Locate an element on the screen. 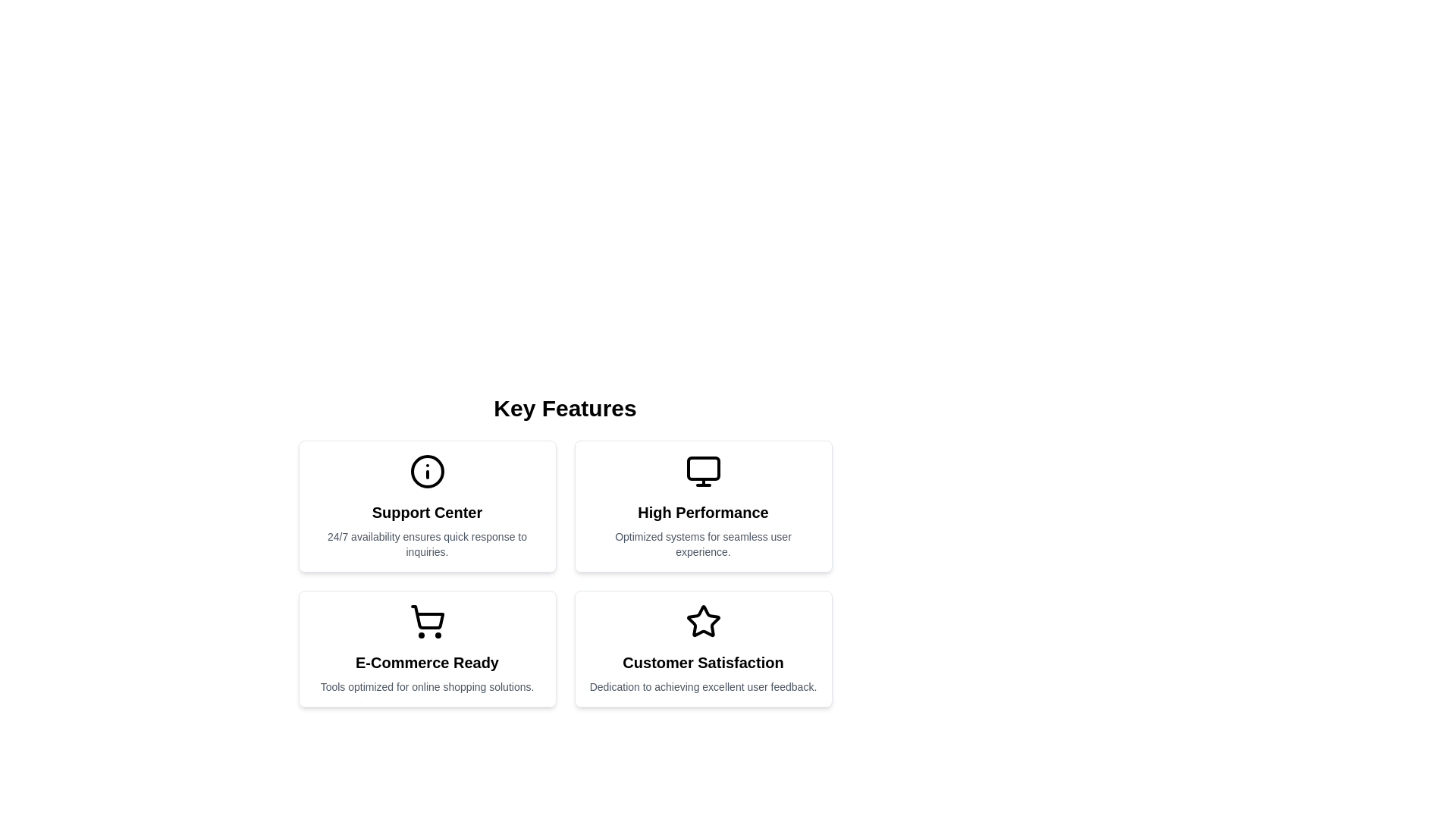 Image resolution: width=1456 pixels, height=819 pixels. the content of the 'Customer Satisfaction' card located in the bottom-right of the 2x2 grid layout, below 'High Performance' and to the right of 'E-Commerce Ready' is located at coordinates (702, 648).